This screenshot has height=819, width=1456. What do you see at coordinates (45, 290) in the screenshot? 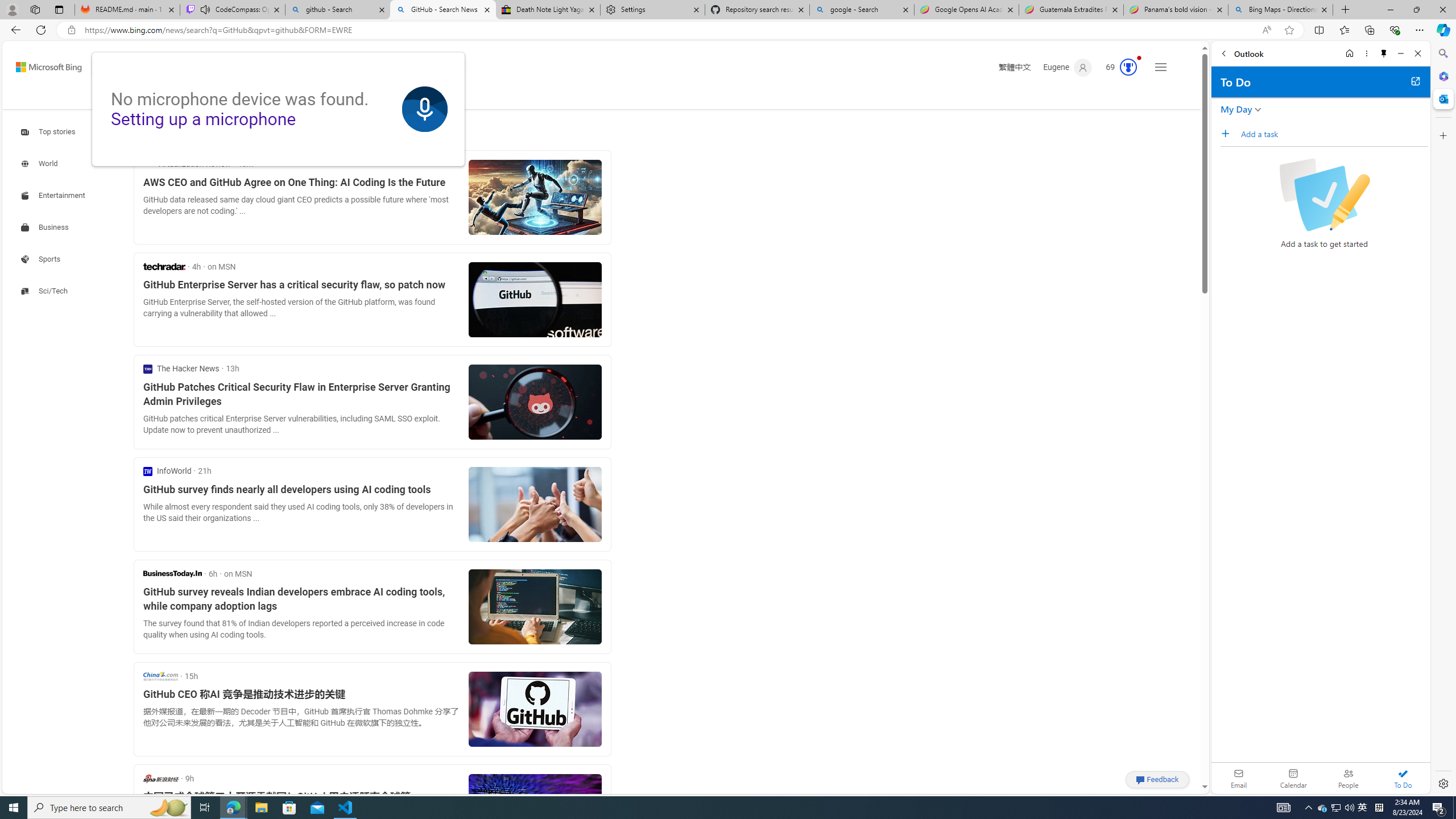
I see `'Search news about Sci/Tech'` at bounding box center [45, 290].